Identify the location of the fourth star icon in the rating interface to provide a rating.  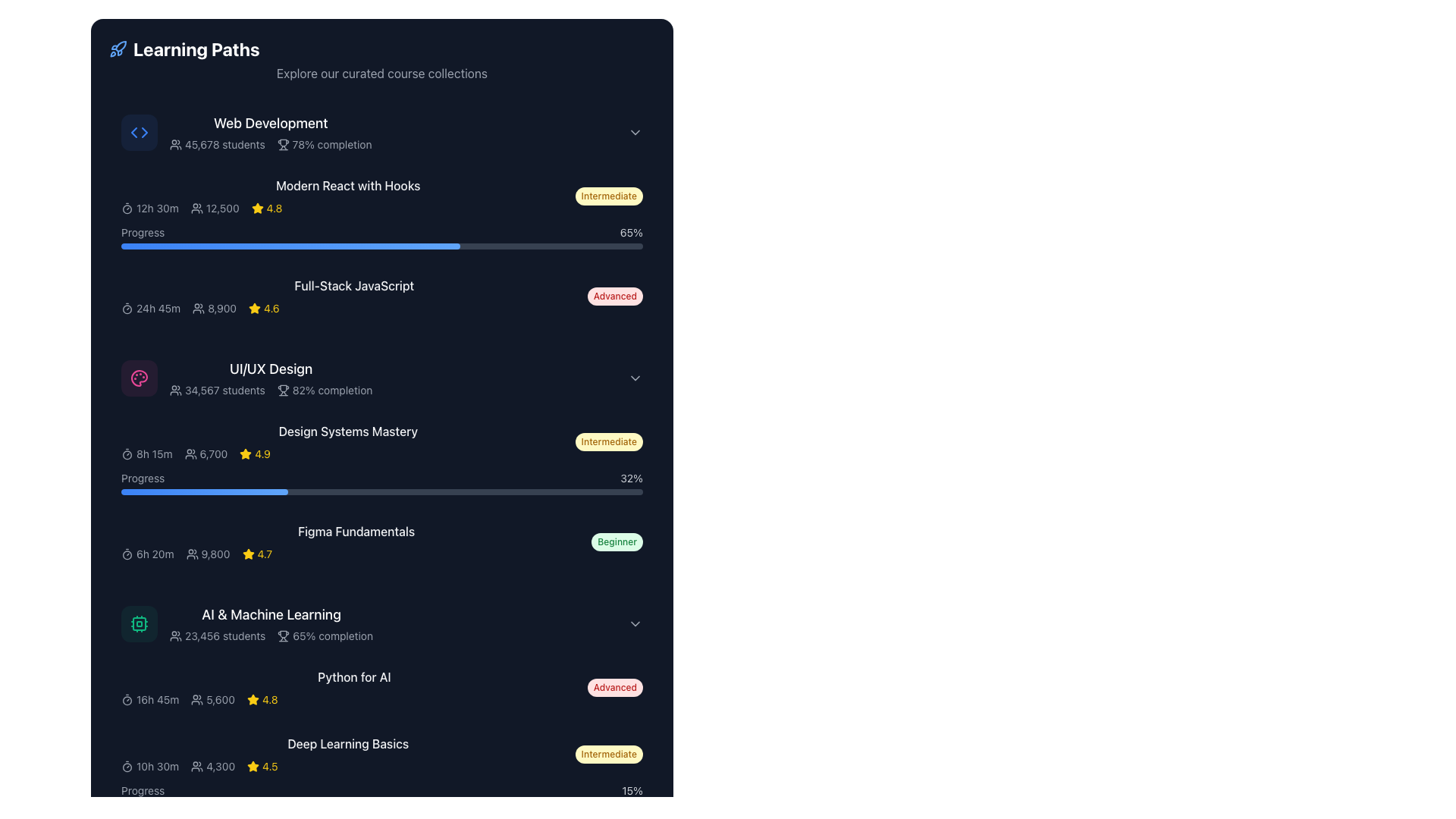
(255, 307).